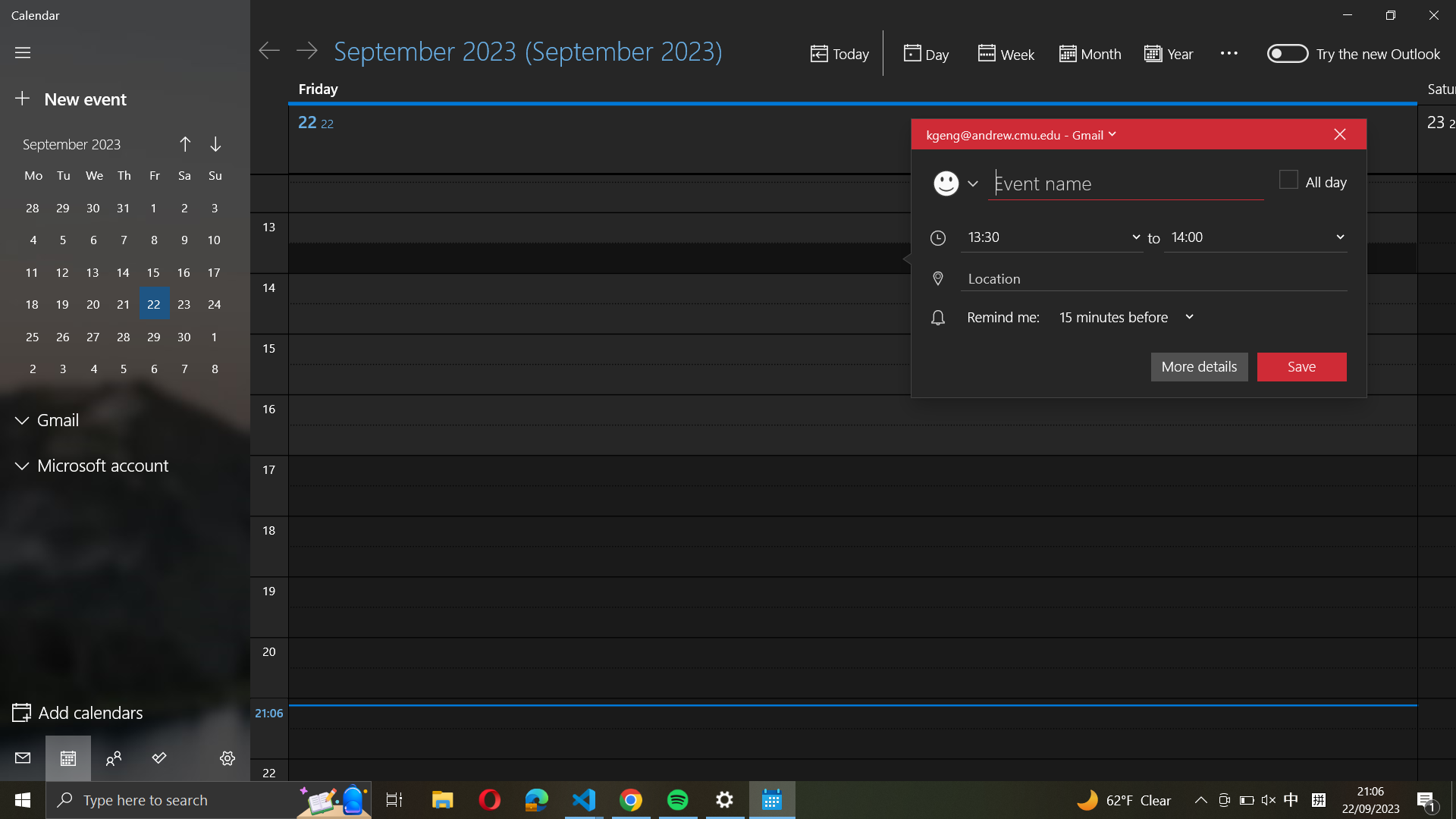 The image size is (1456, 819). Describe the element at coordinates (306, 49) in the screenshot. I see `Progress to the day after on the calendar` at that location.